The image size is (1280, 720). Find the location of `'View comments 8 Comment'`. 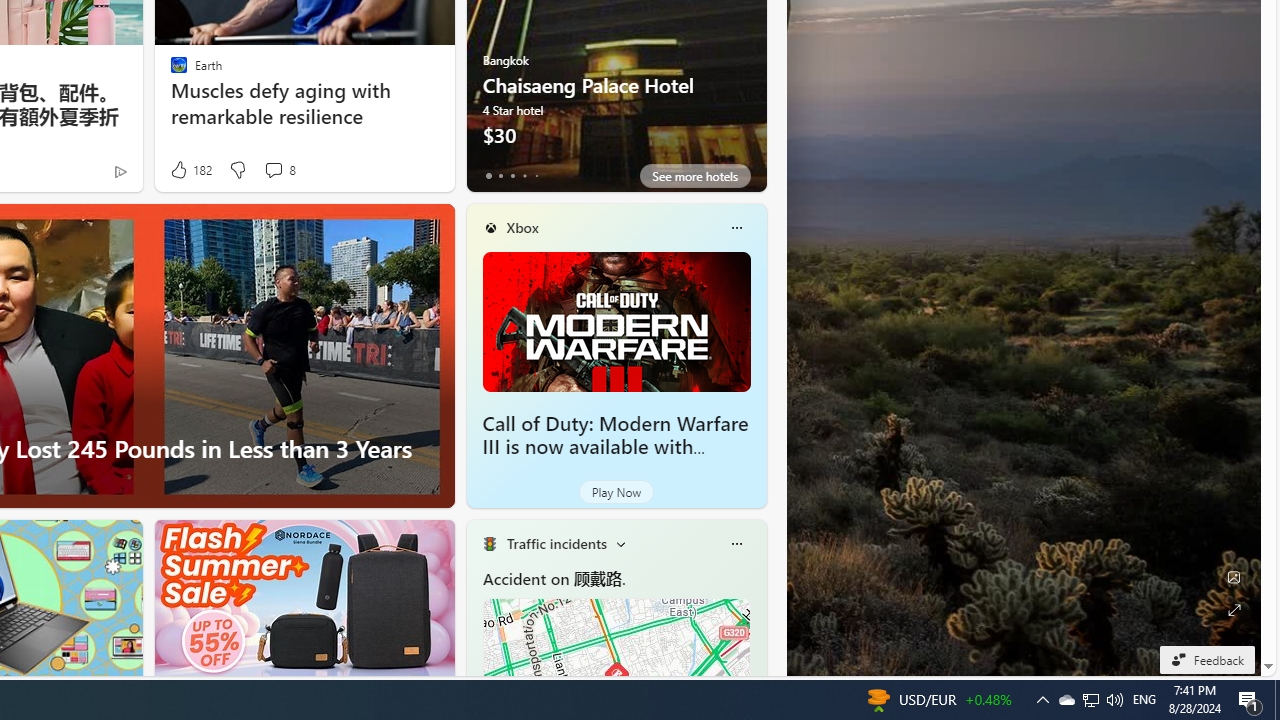

'View comments 8 Comment' is located at coordinates (272, 168).